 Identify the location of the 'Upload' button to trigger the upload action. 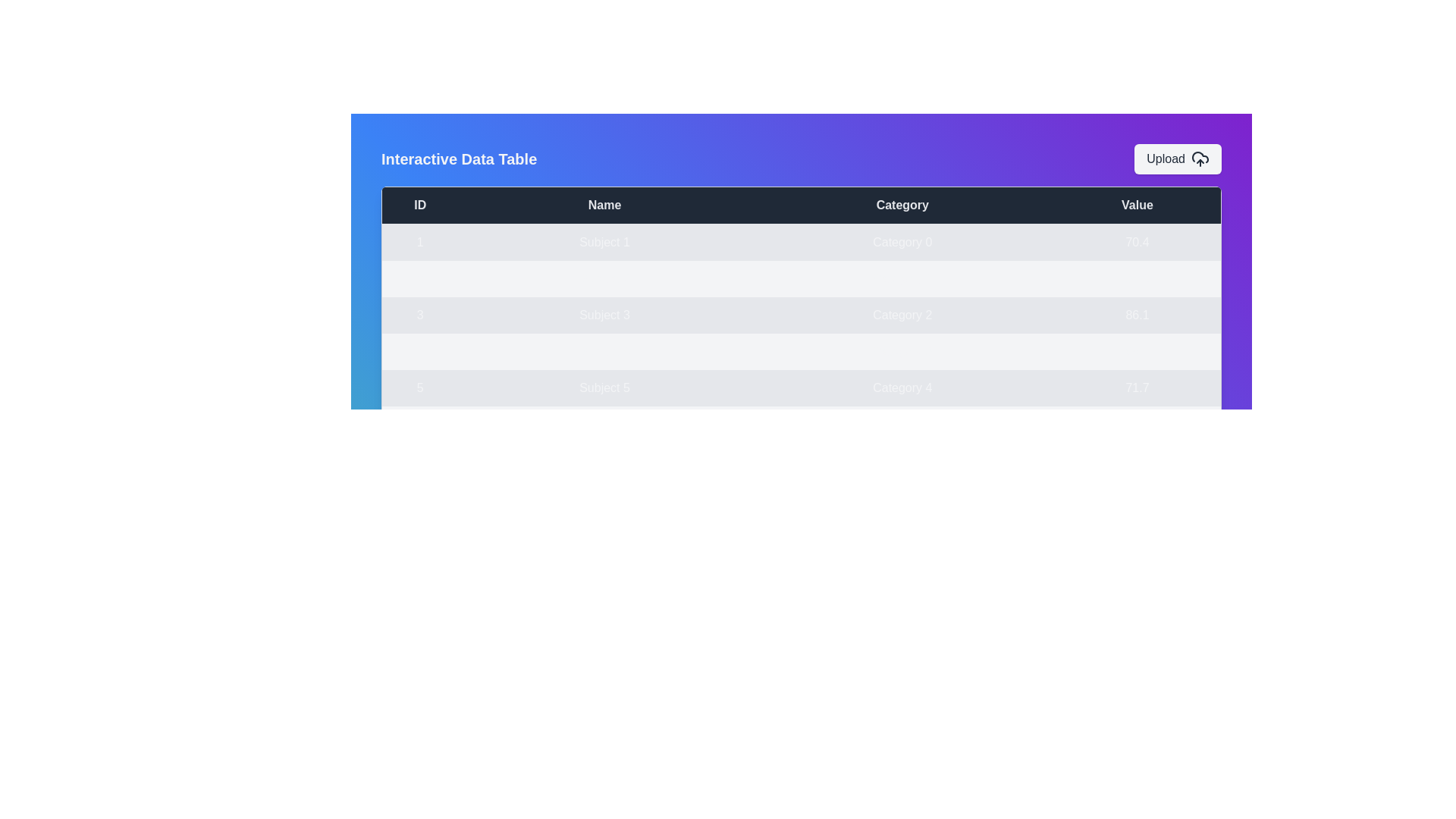
(1177, 158).